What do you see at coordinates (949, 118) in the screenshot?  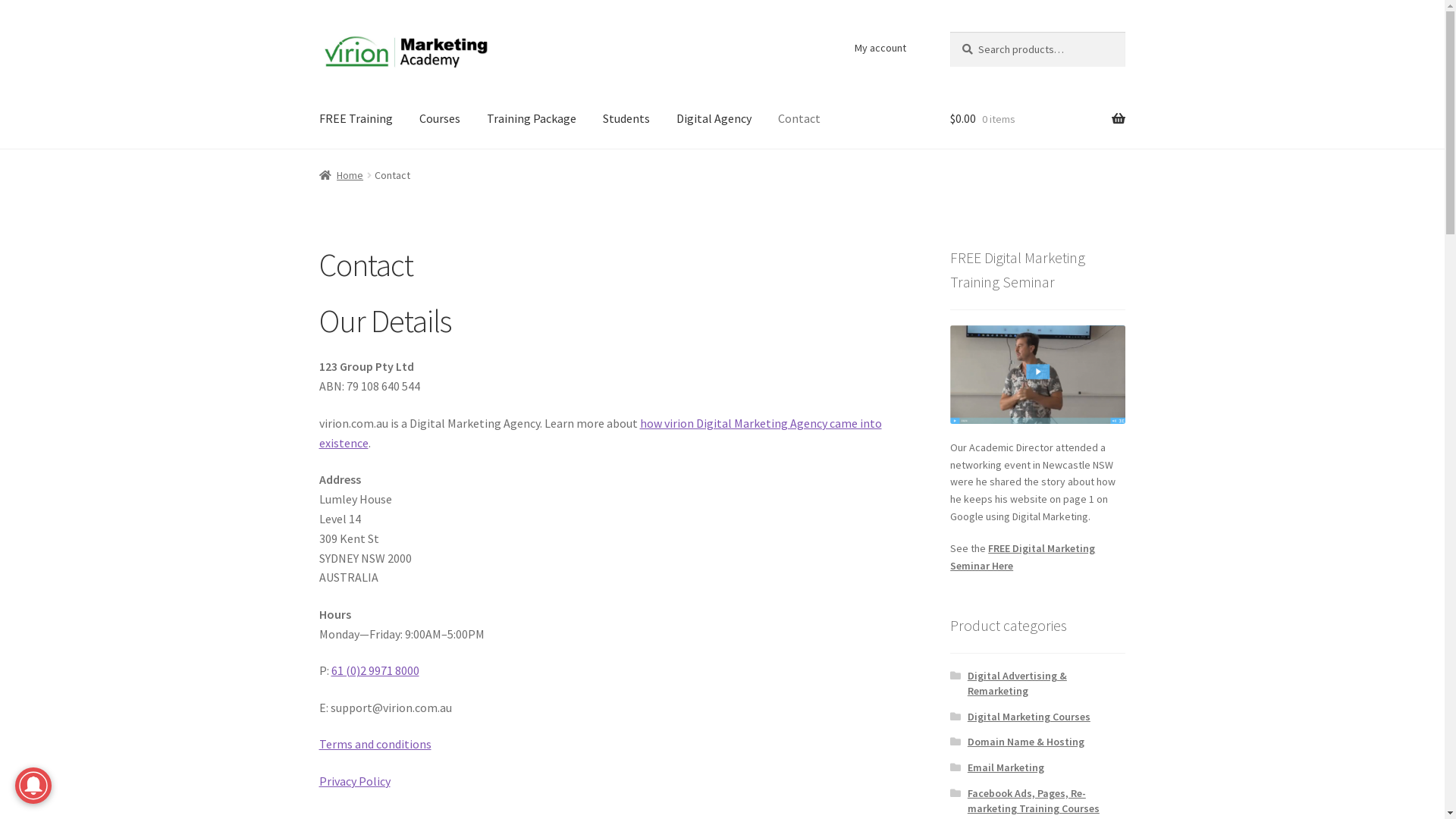 I see `'$0.00 0 items'` at bounding box center [949, 118].